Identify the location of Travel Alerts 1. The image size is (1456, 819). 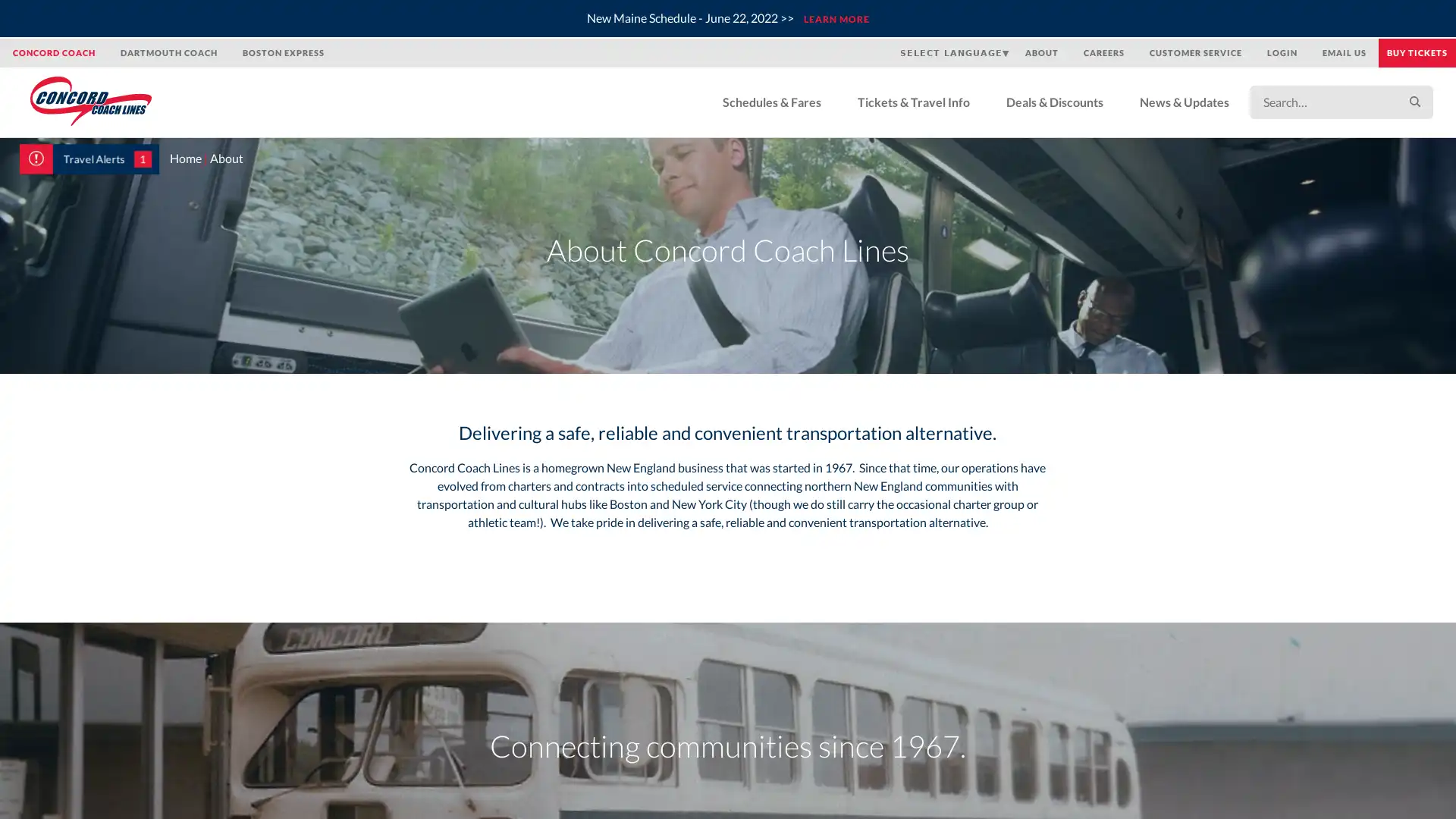
(89, 158).